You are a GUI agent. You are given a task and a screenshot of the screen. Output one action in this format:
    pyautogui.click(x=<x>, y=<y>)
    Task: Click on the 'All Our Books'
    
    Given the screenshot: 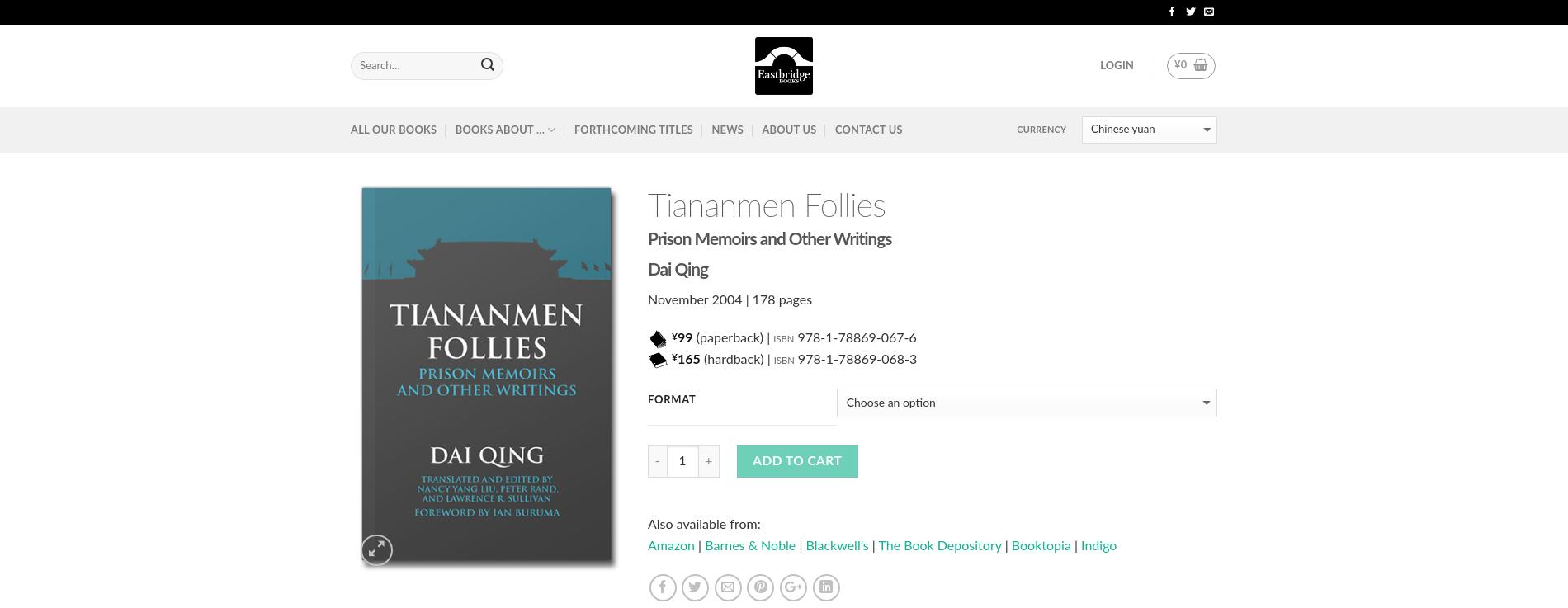 What is the action you would take?
    pyautogui.click(x=394, y=129)
    